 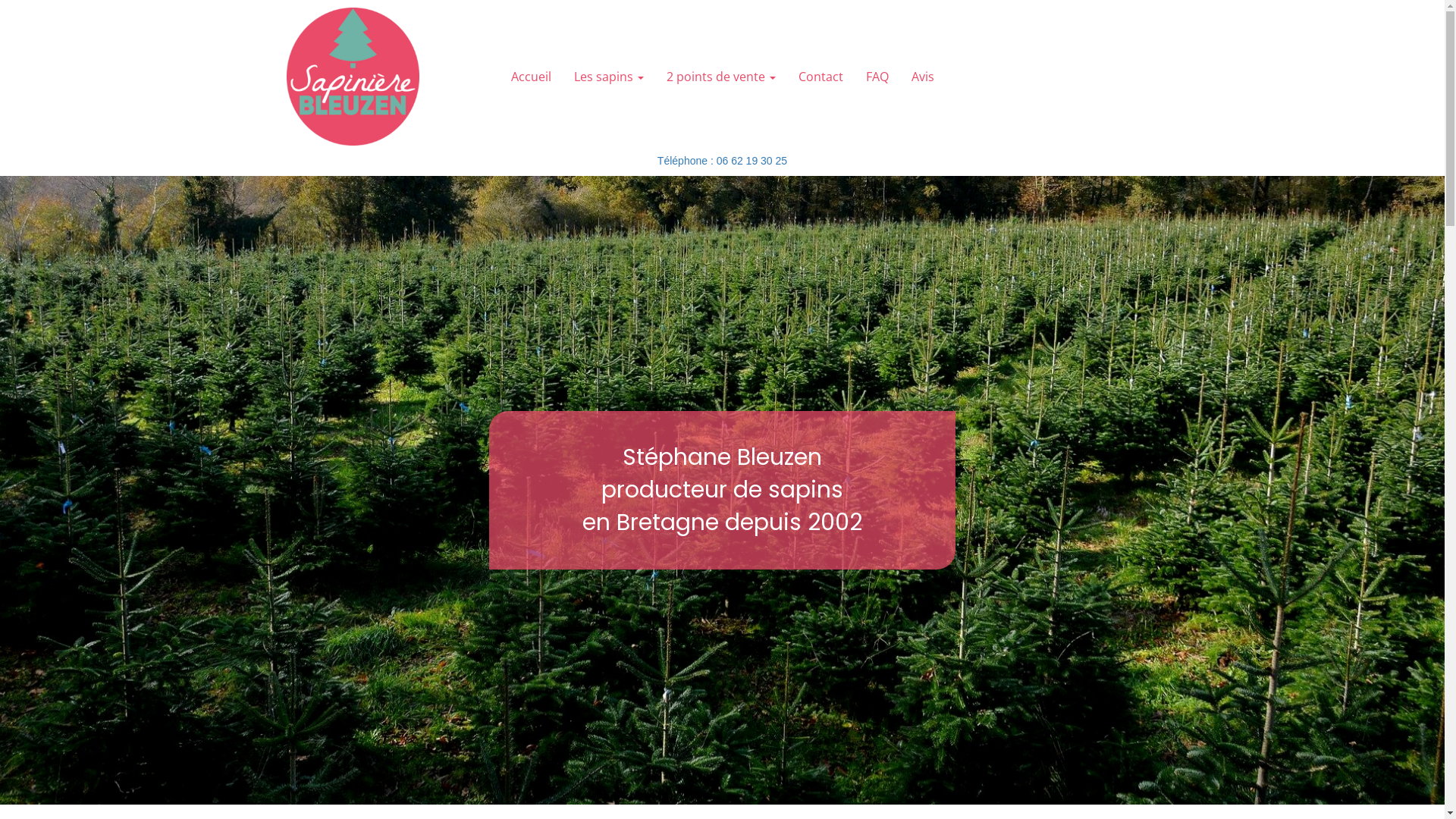 What do you see at coordinates (720, 77) in the screenshot?
I see `'2 points de vente'` at bounding box center [720, 77].